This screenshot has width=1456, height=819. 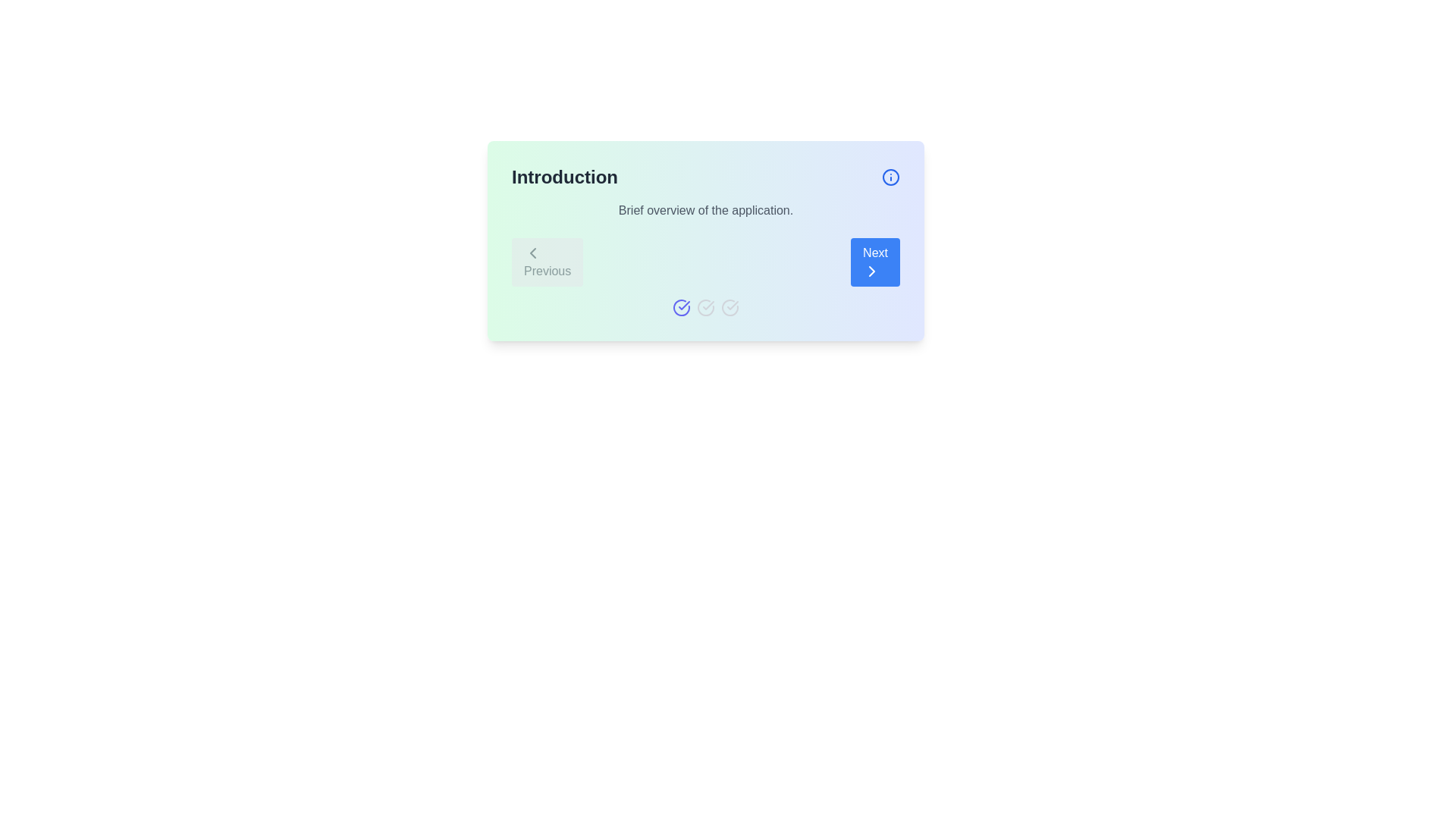 What do you see at coordinates (546, 262) in the screenshot?
I see `the 'Previous' button located on the left side of the navigation control segment` at bounding box center [546, 262].